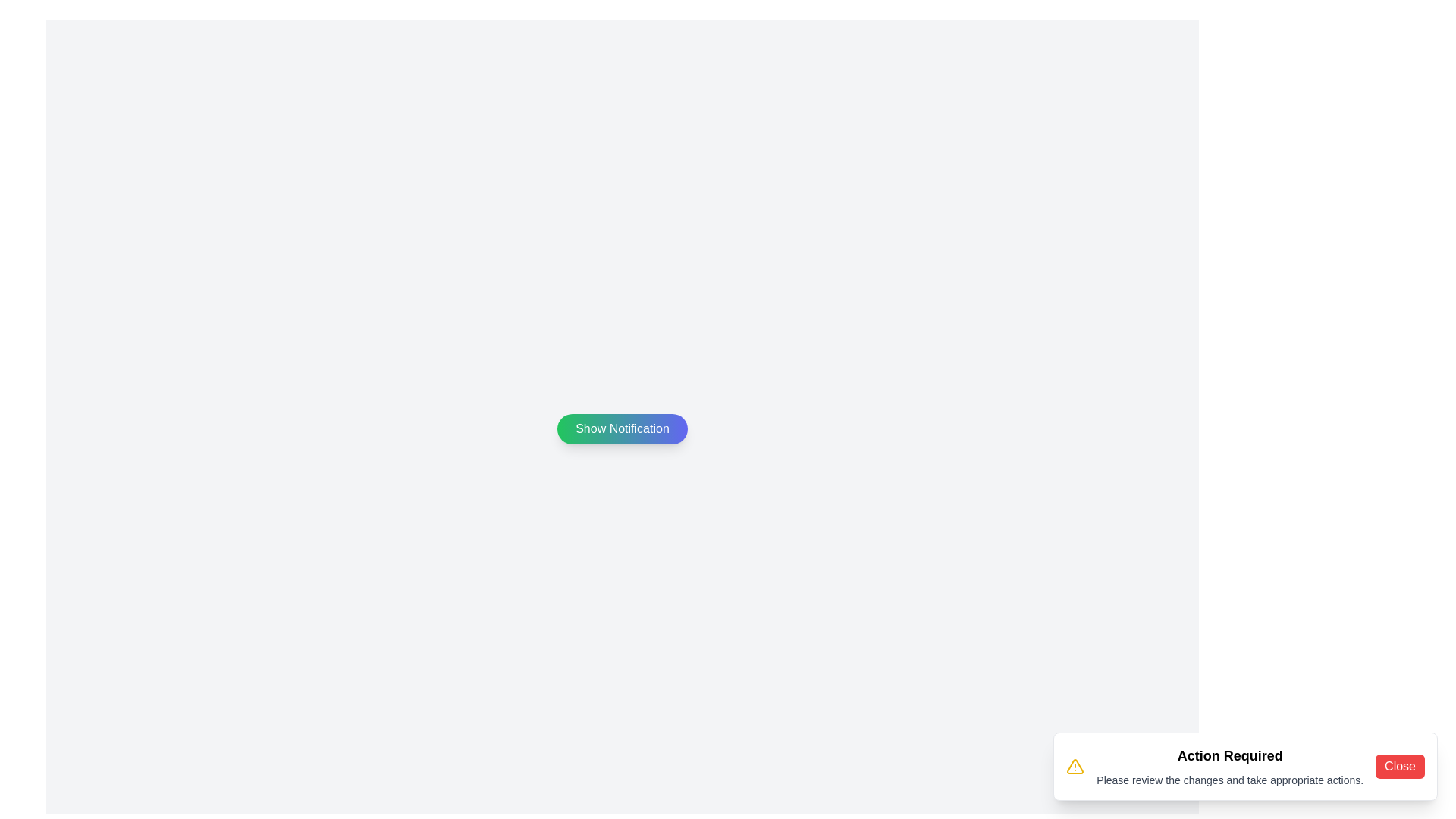 Image resolution: width=1456 pixels, height=819 pixels. I want to click on the 'Show Notification' button to observe the hover effect, so click(622, 429).